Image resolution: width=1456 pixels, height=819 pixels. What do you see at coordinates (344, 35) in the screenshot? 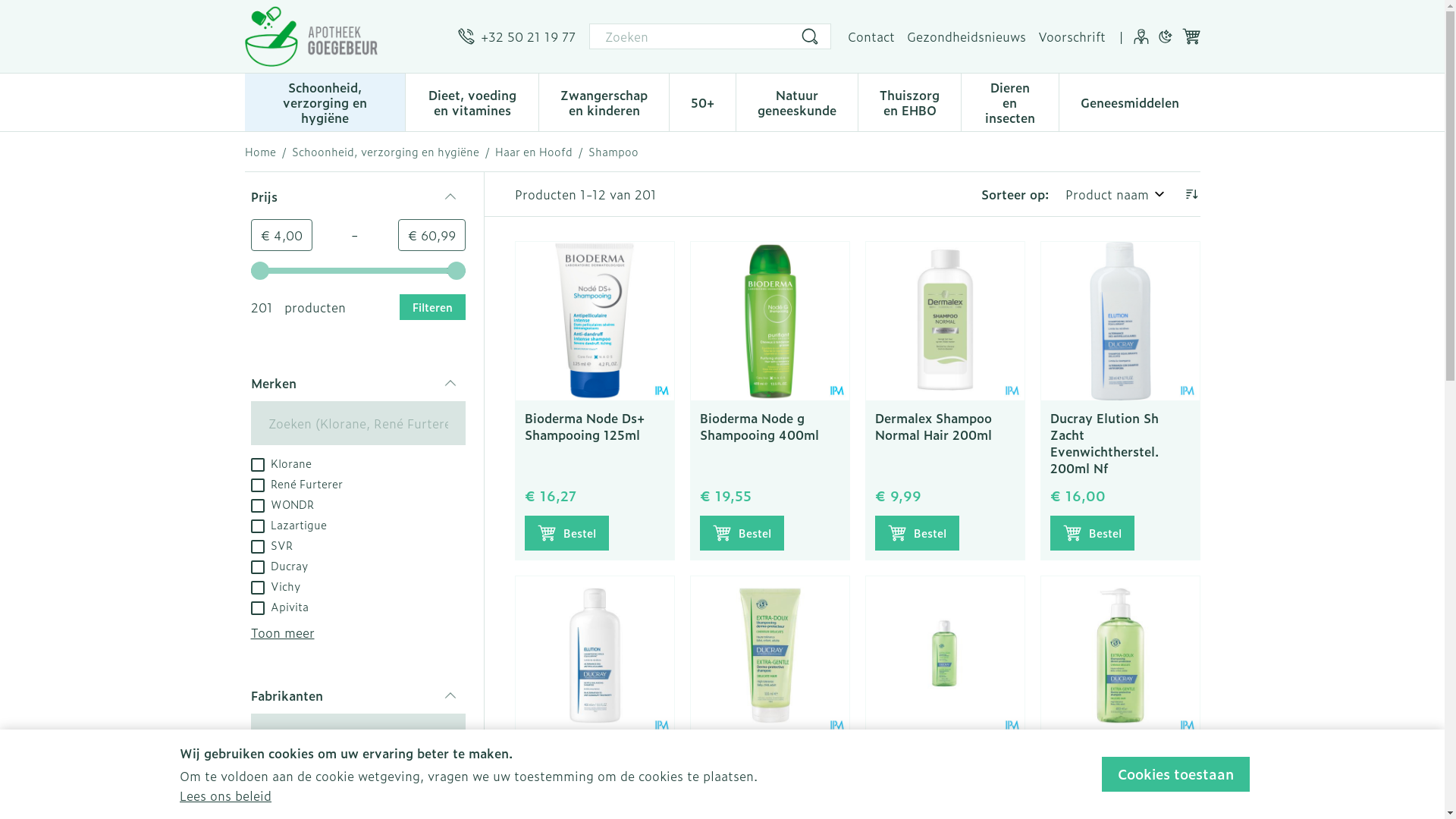
I see `'Apotheek L. Goegebeur'` at bounding box center [344, 35].